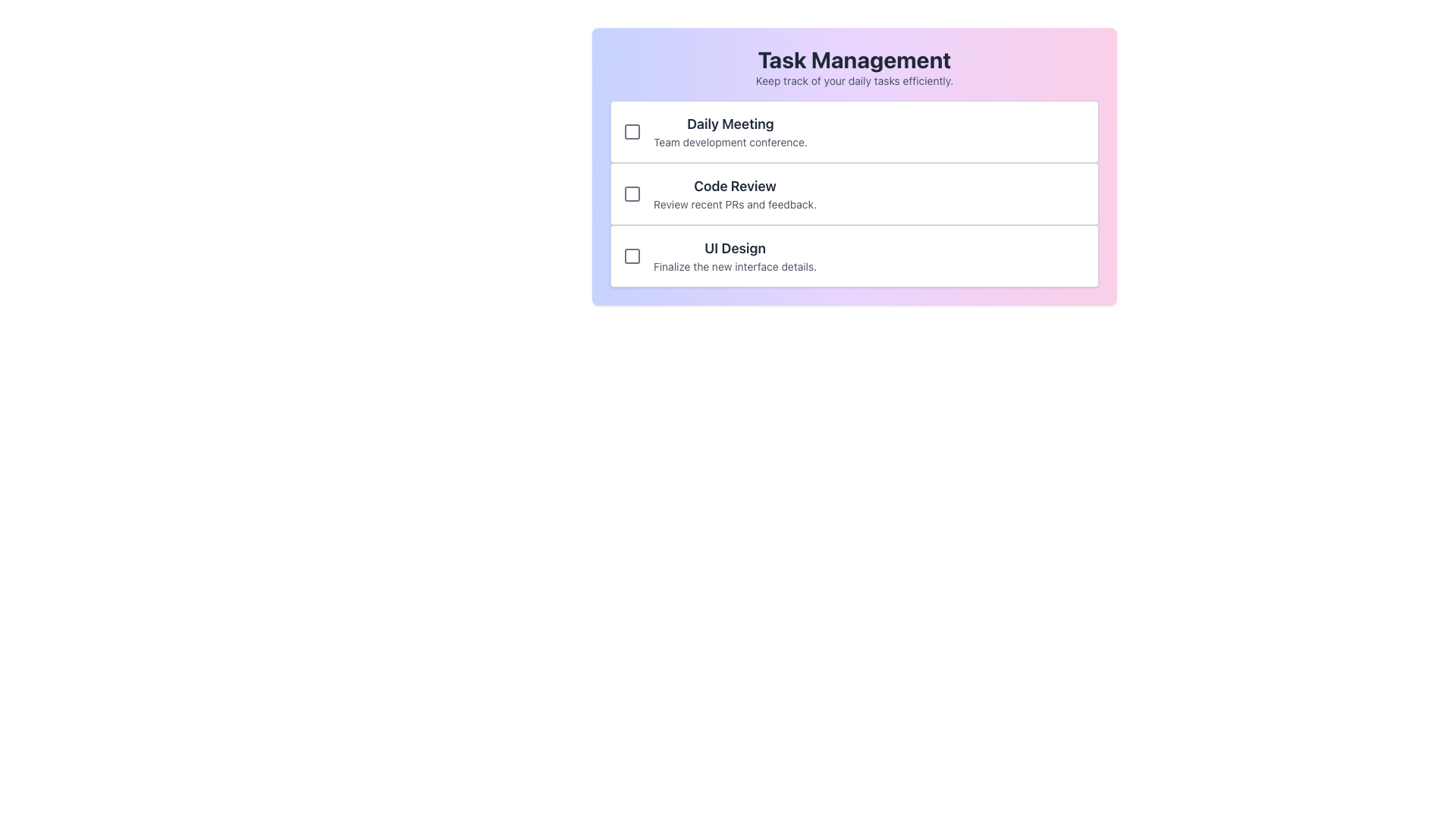 Image resolution: width=1456 pixels, height=819 pixels. I want to click on the composite text element titled 'Task Management' which includes the subtitle 'Keep track of your daily tasks efficiently.', so click(855, 66).